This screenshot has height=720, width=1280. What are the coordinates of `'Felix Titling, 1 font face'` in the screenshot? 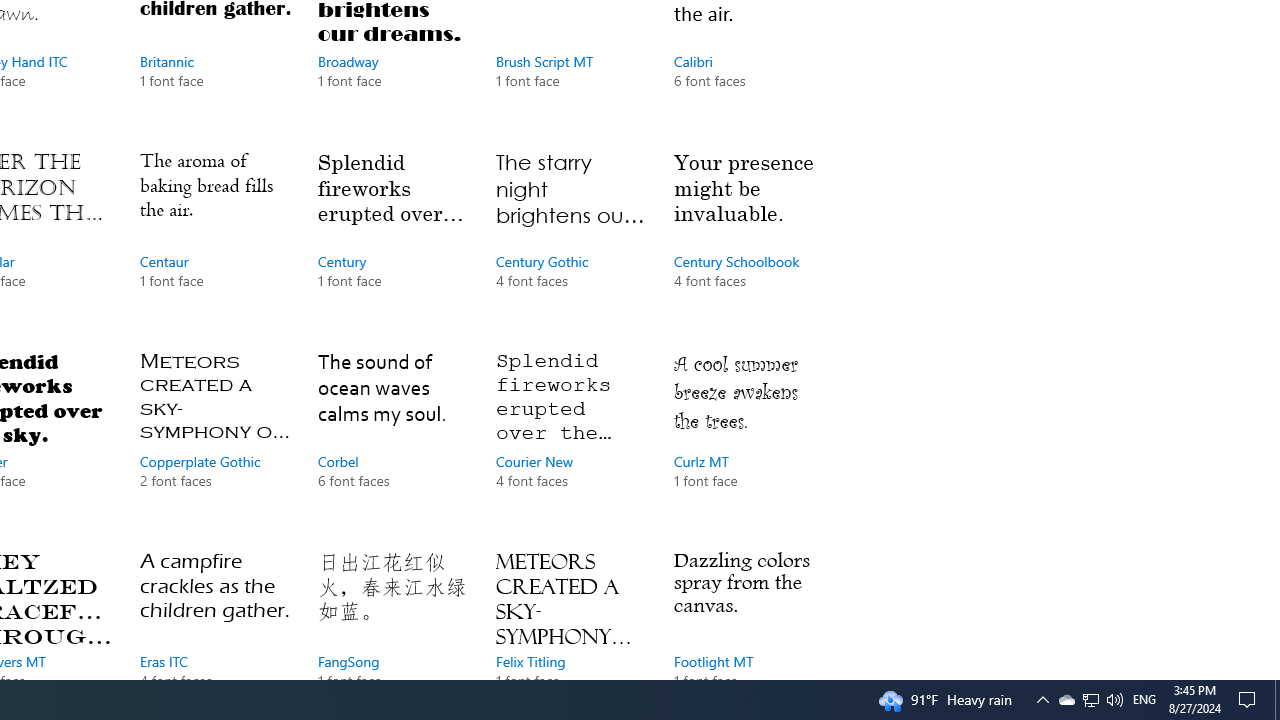 It's located at (569, 608).